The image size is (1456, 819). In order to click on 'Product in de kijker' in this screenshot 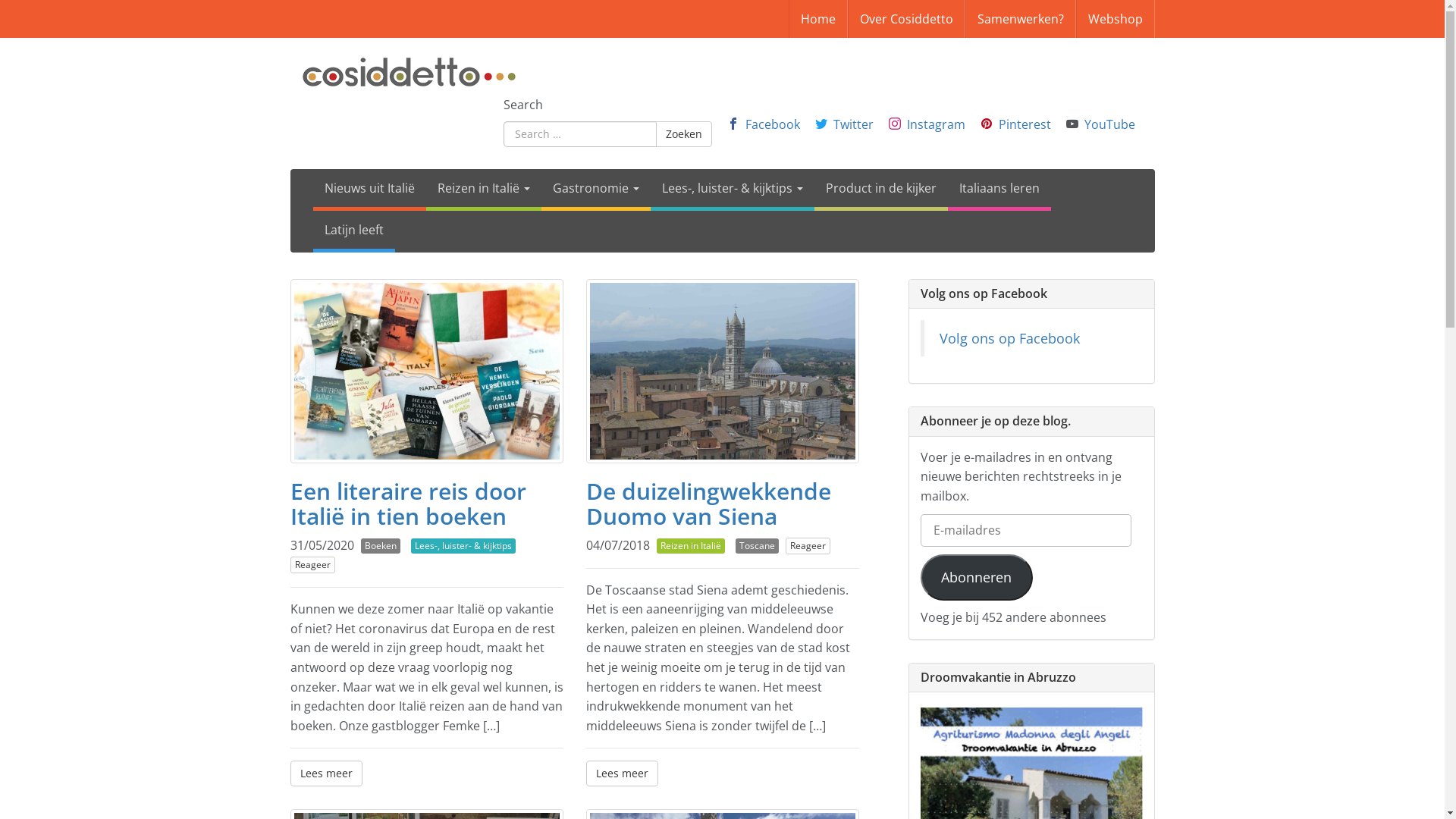, I will do `click(880, 189)`.